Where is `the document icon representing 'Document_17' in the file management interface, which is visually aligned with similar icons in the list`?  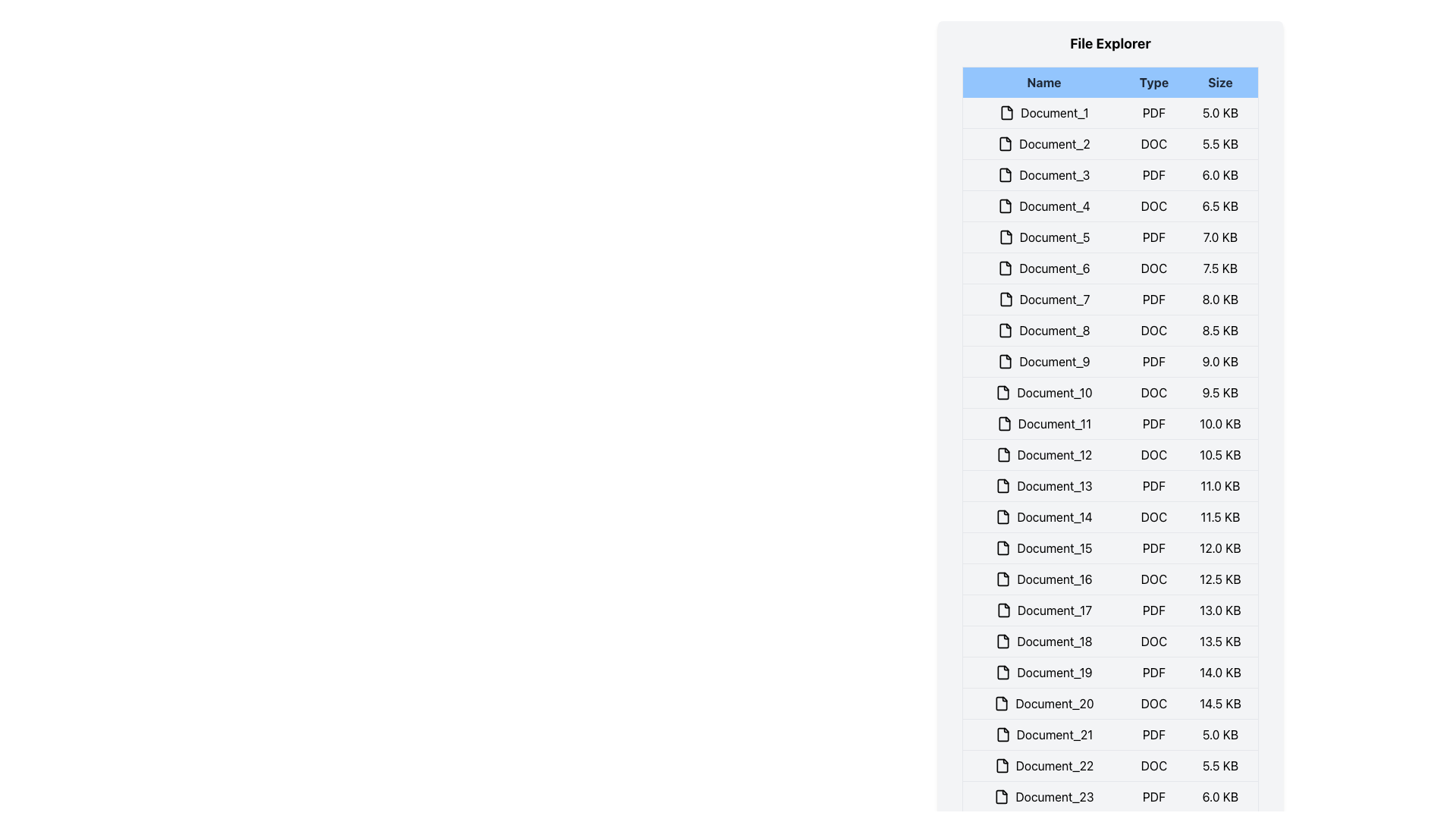 the document icon representing 'Document_17' in the file management interface, which is visually aligned with similar icons in the list is located at coordinates (1003, 610).